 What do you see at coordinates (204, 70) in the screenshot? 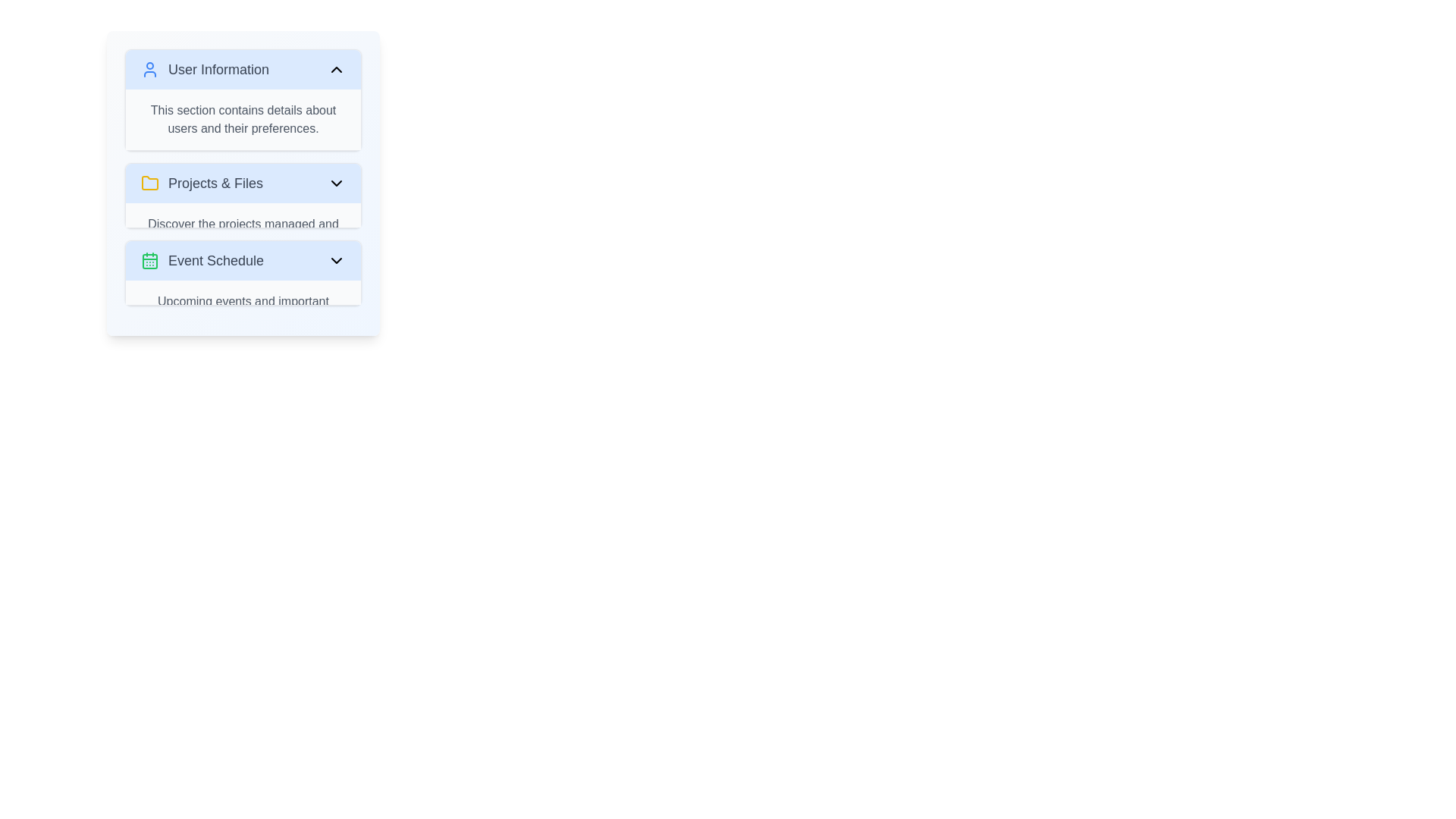
I see `the 'User Information' label which is located to the right of a user icon with a blue outline, styled in gray on a light blue background` at bounding box center [204, 70].